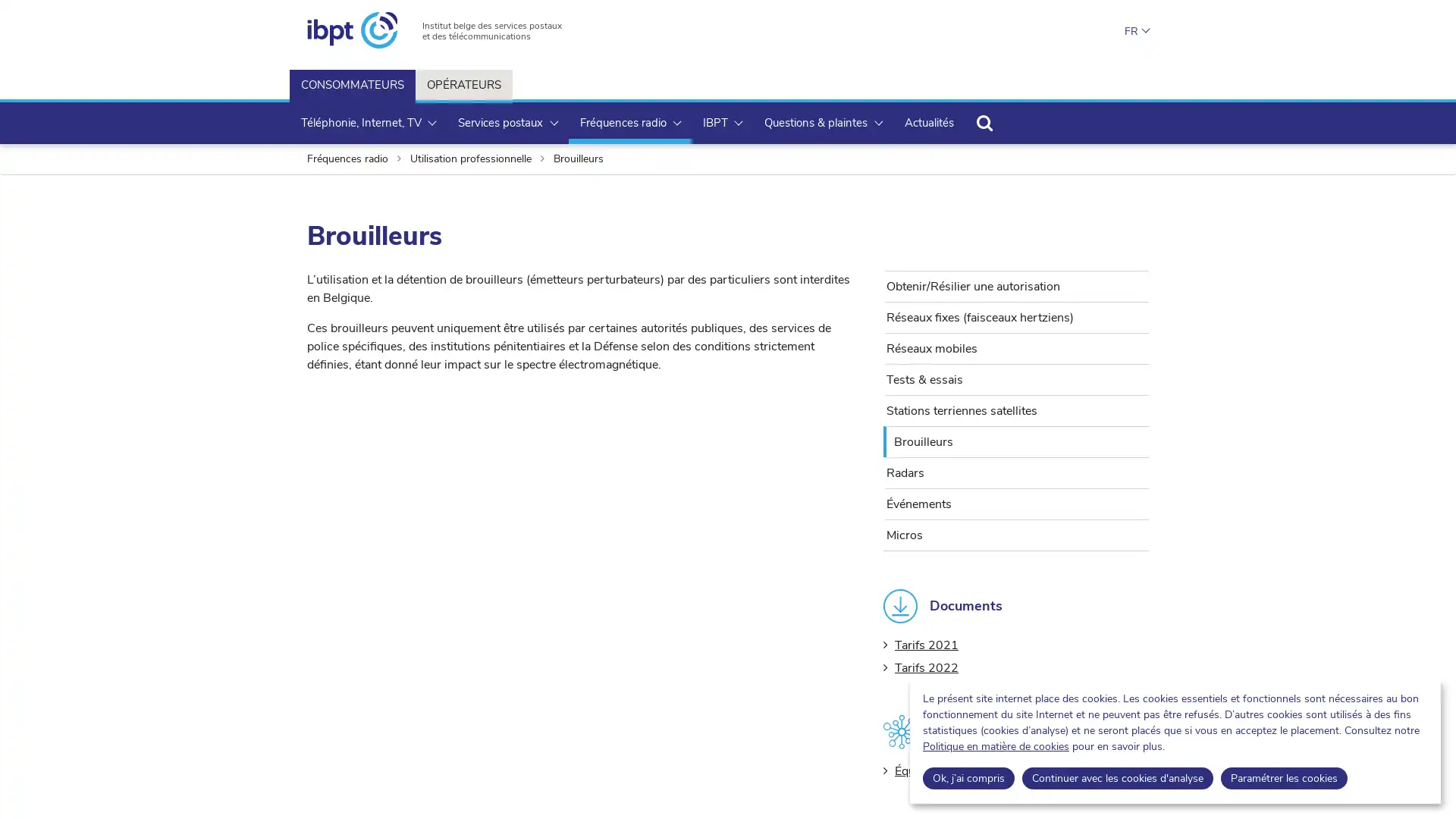  I want to click on Telephonie, Internet, TV, so click(368, 122).